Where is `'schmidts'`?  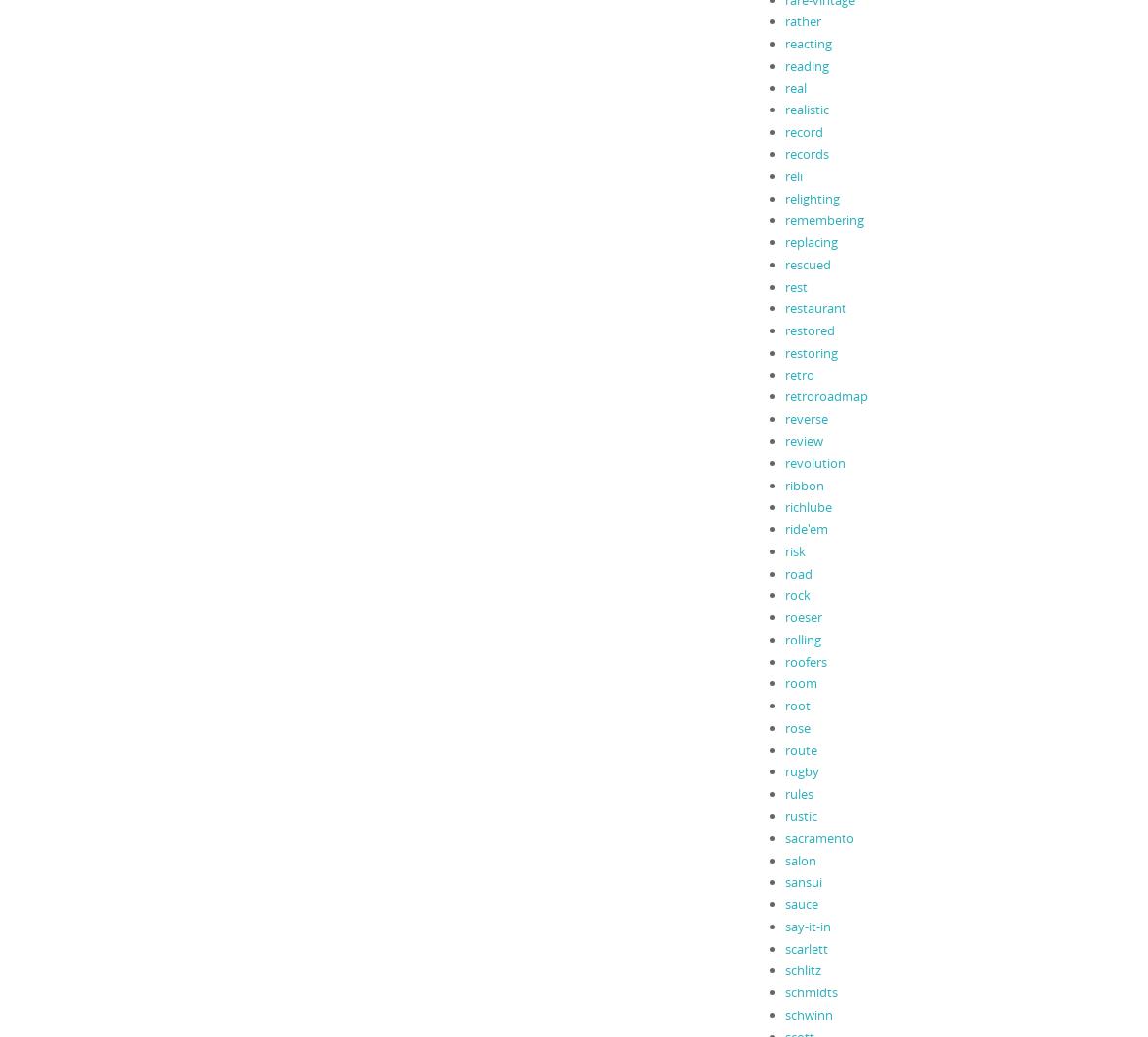 'schmidts' is located at coordinates (811, 991).